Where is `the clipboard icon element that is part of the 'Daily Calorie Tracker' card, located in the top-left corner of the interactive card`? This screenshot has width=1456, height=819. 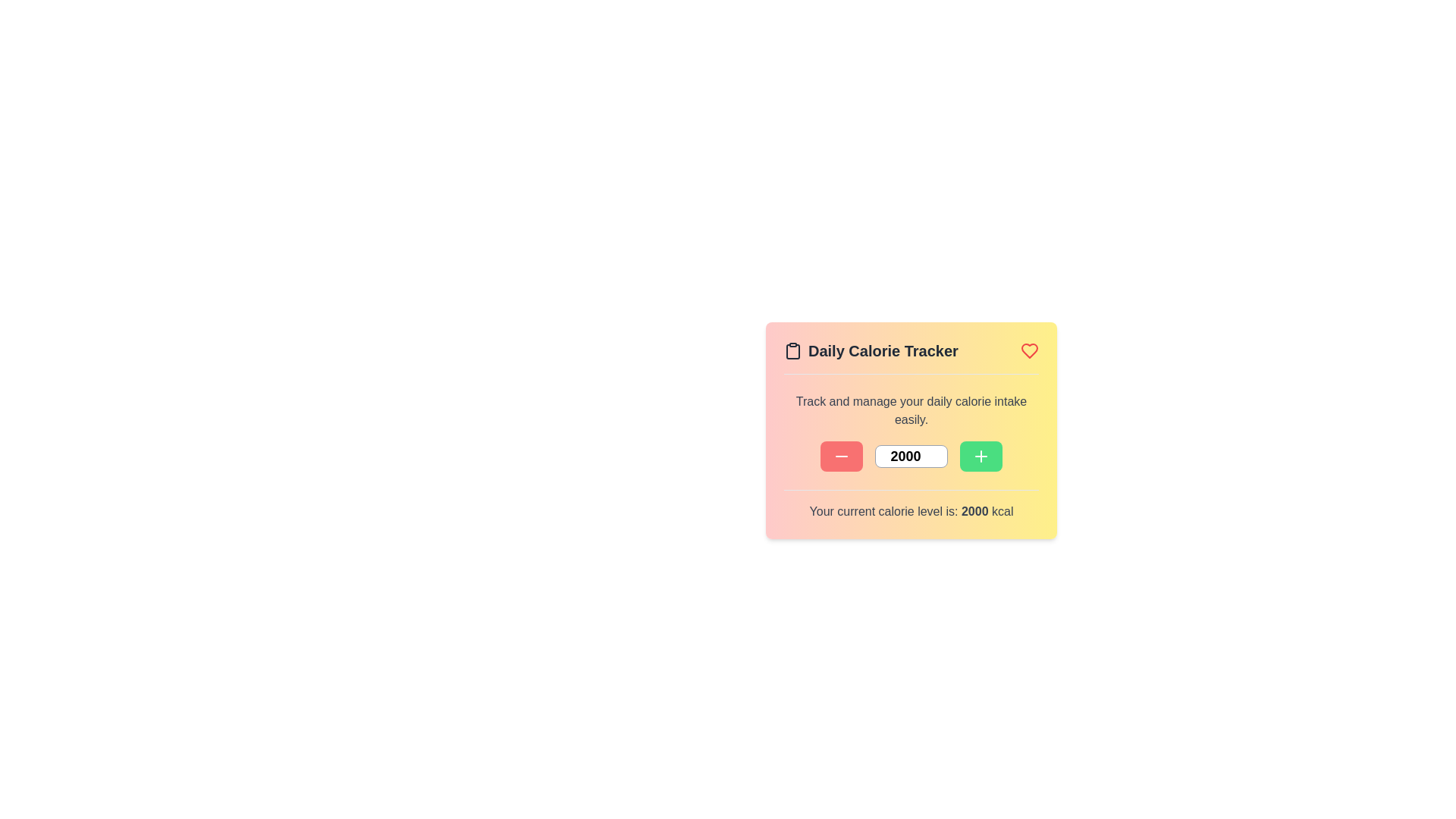
the clipboard icon element that is part of the 'Daily Calorie Tracker' card, located in the top-left corner of the interactive card is located at coordinates (792, 351).